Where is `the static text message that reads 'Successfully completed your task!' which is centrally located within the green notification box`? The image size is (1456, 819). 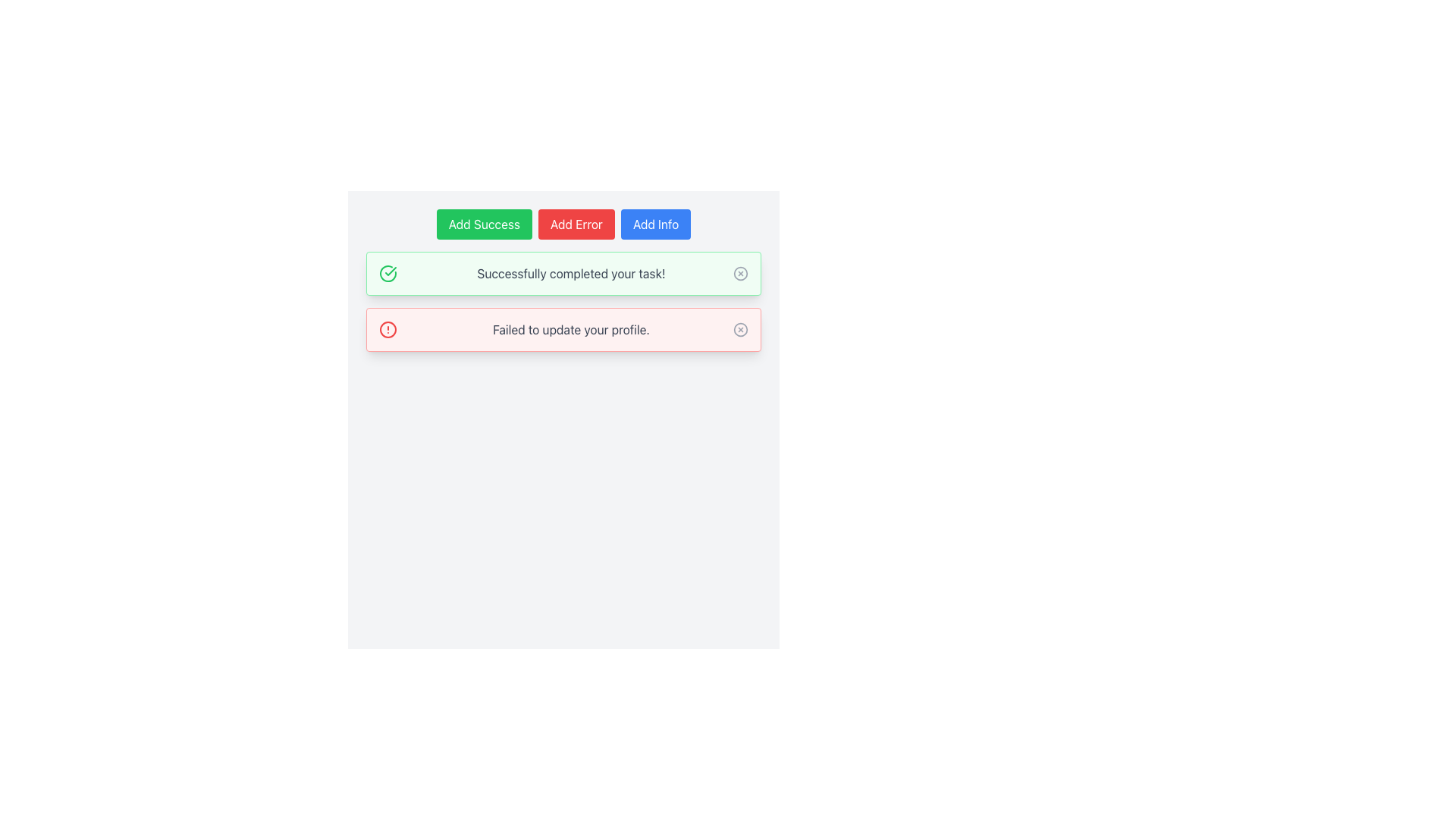 the static text message that reads 'Successfully completed your task!' which is centrally located within the green notification box is located at coordinates (570, 274).